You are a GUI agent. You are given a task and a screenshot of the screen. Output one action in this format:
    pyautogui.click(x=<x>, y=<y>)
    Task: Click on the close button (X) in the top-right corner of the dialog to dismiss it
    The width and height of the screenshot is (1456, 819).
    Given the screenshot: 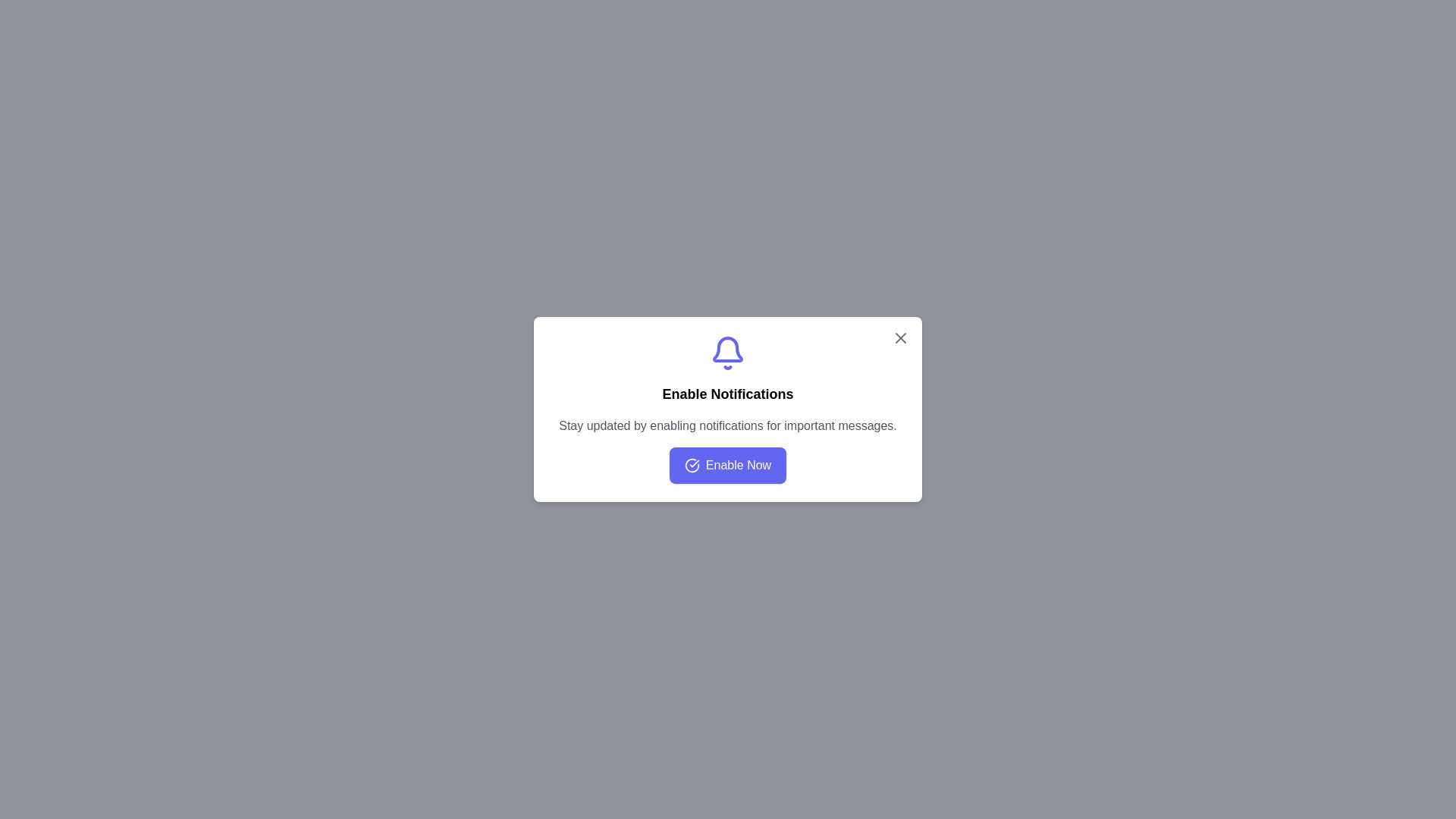 What is the action you would take?
    pyautogui.click(x=901, y=337)
    